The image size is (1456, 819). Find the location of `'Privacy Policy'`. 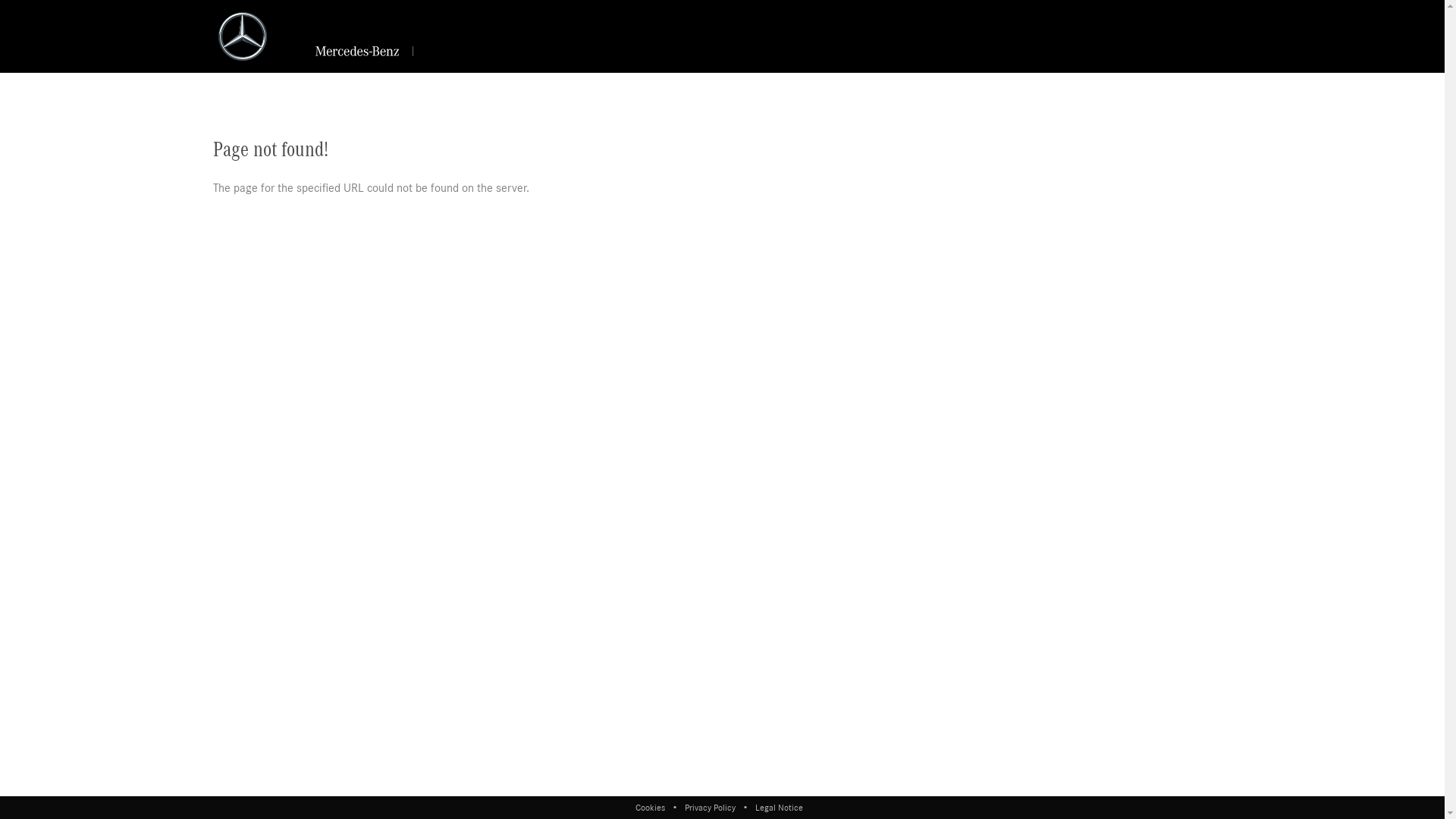

'Privacy Policy' is located at coordinates (709, 806).